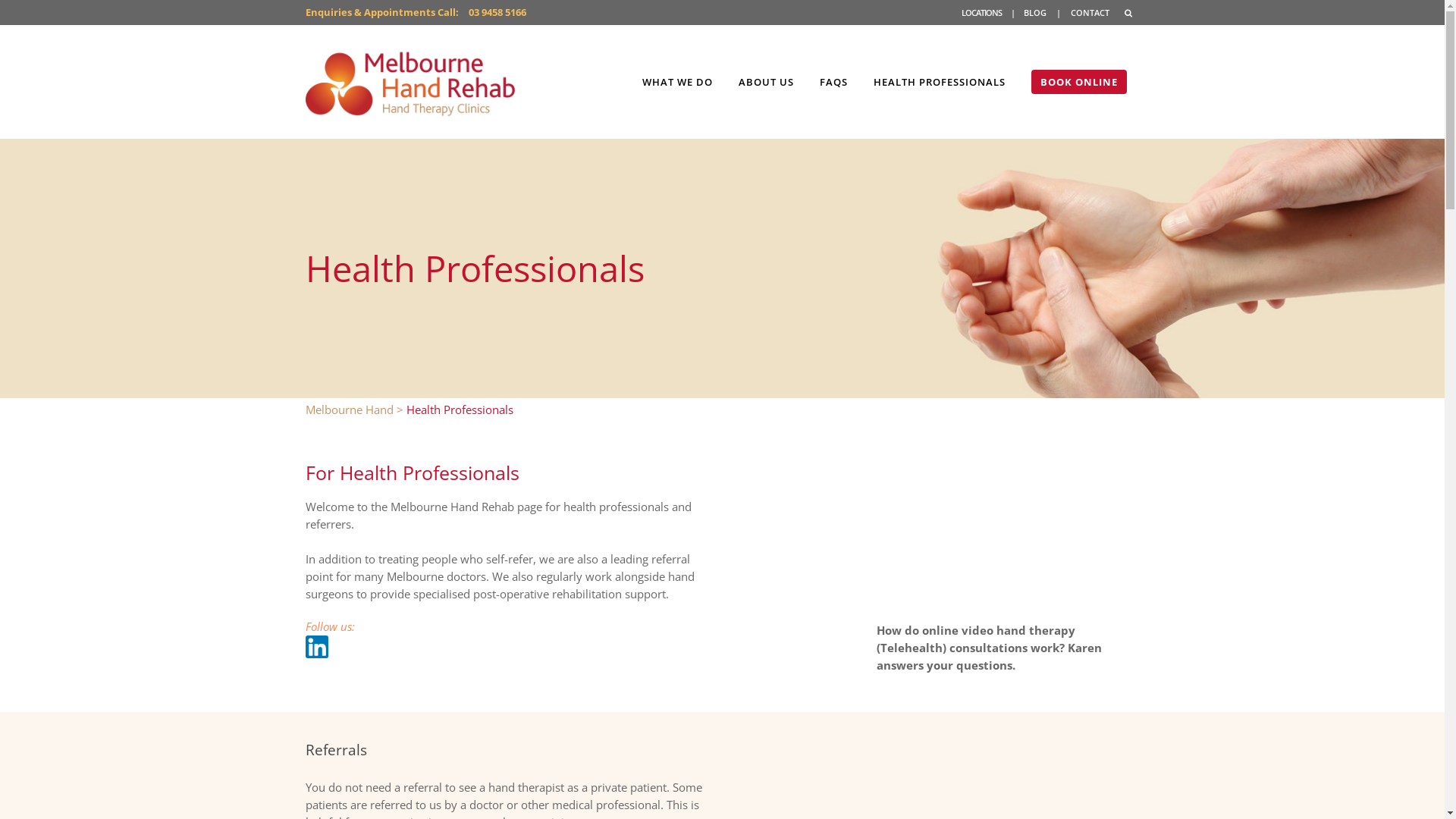 The image size is (1456, 819). I want to click on '03 9458 5166', so click(497, 11).